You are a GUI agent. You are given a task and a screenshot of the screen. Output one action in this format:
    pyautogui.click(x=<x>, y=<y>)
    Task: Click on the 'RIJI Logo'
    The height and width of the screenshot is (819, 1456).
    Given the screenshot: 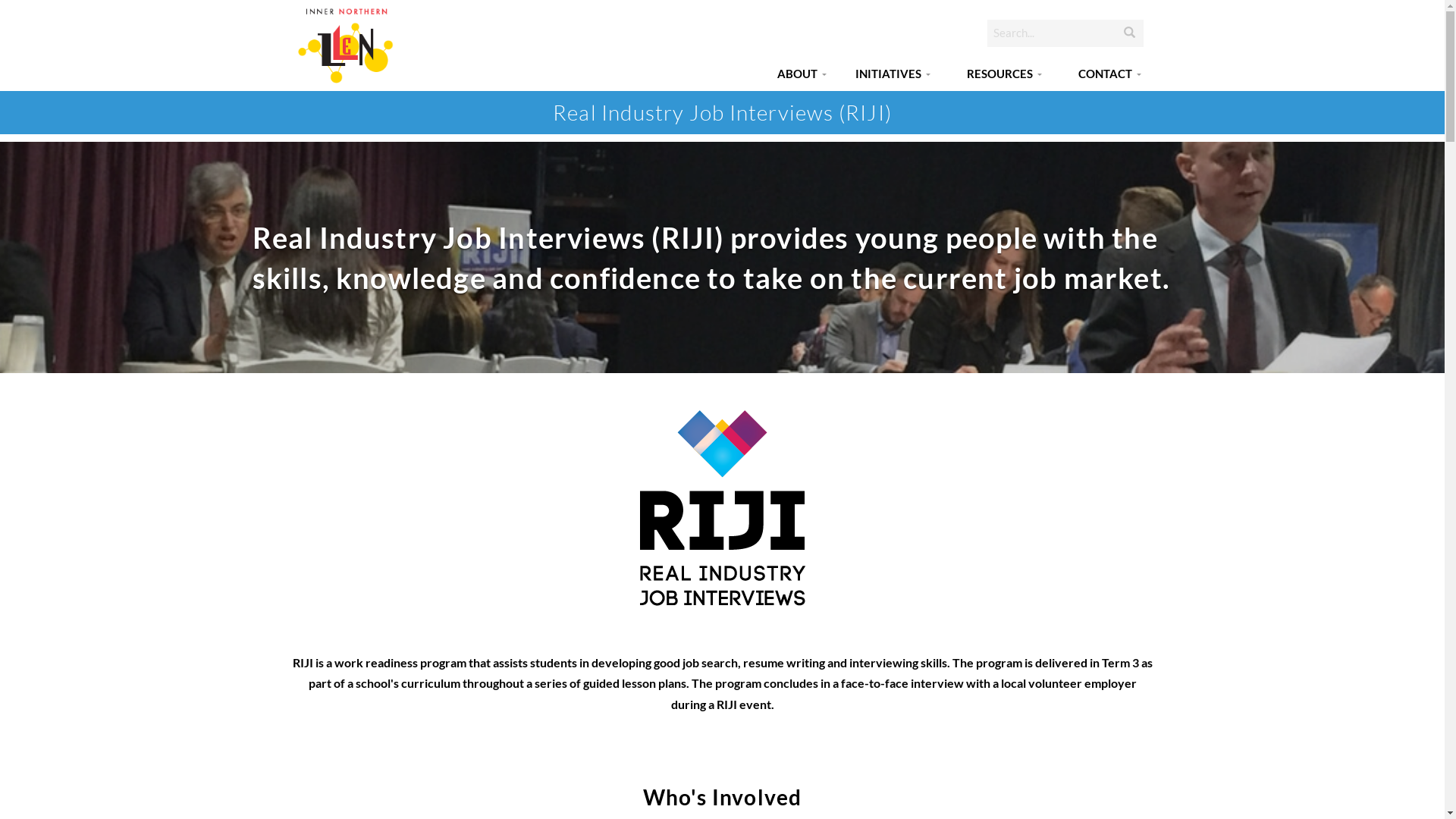 What is the action you would take?
    pyautogui.click(x=722, y=505)
    